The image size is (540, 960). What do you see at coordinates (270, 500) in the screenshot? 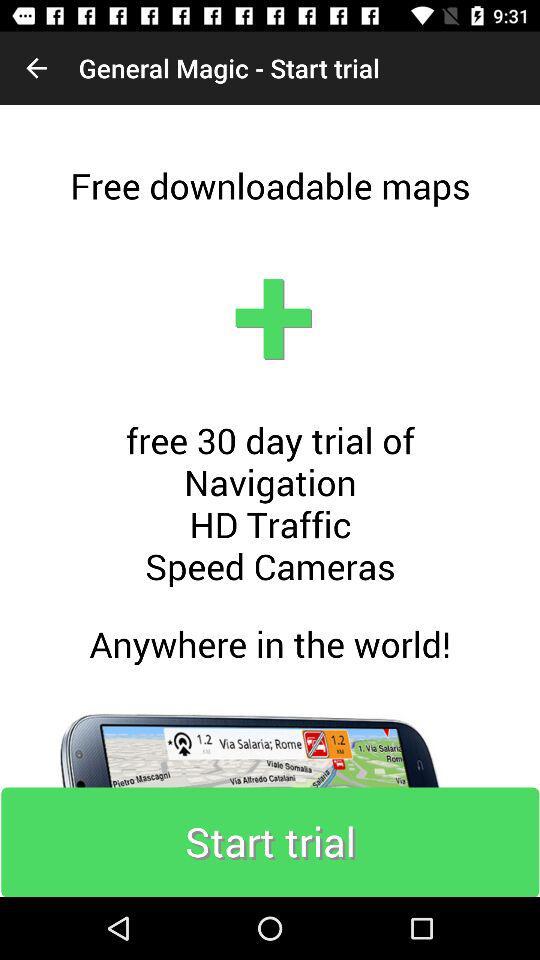
I see `advertisement page` at bounding box center [270, 500].